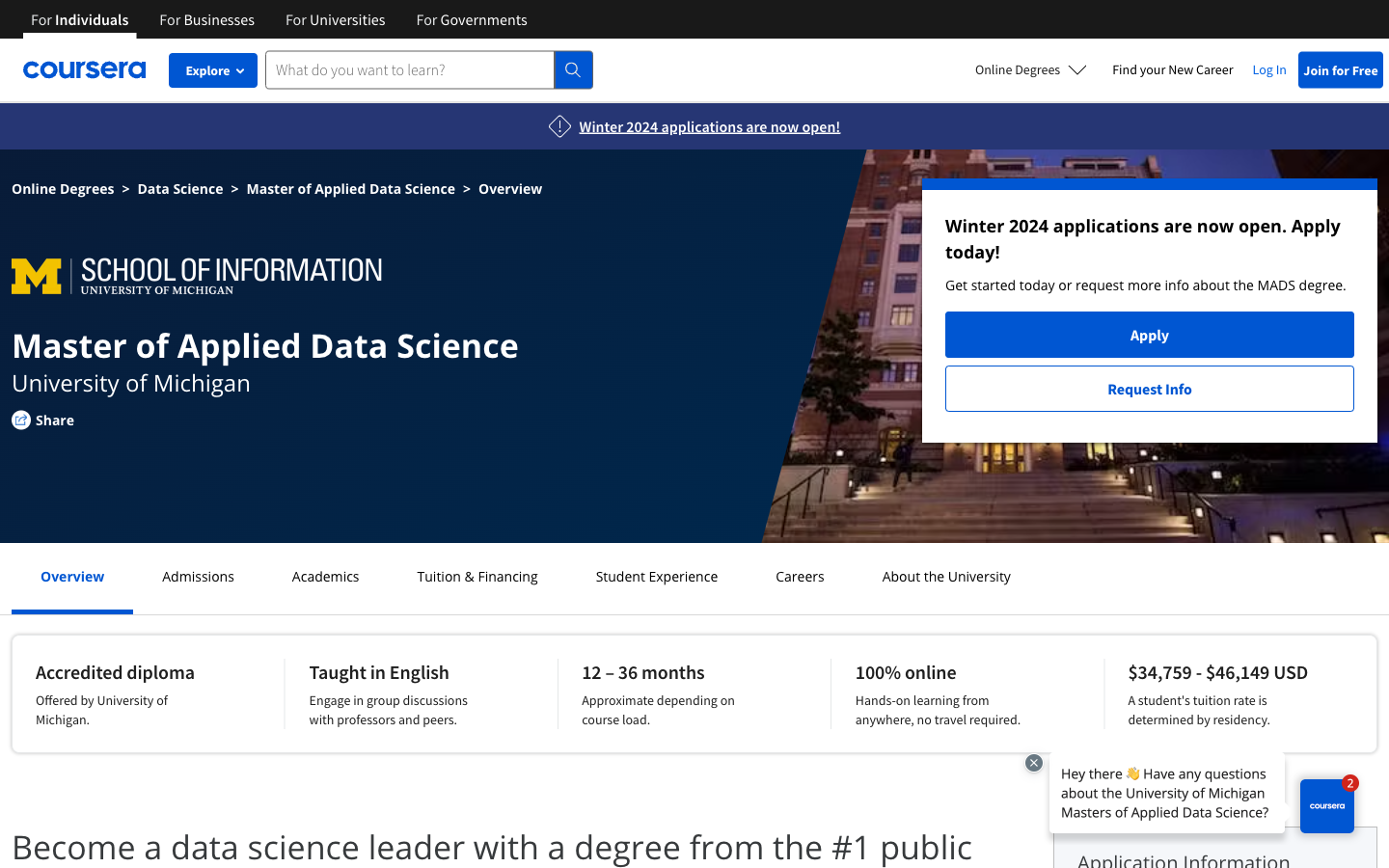 This screenshot has height=868, width=1389. What do you see at coordinates (800, 576) in the screenshot?
I see `Careers section` at bounding box center [800, 576].